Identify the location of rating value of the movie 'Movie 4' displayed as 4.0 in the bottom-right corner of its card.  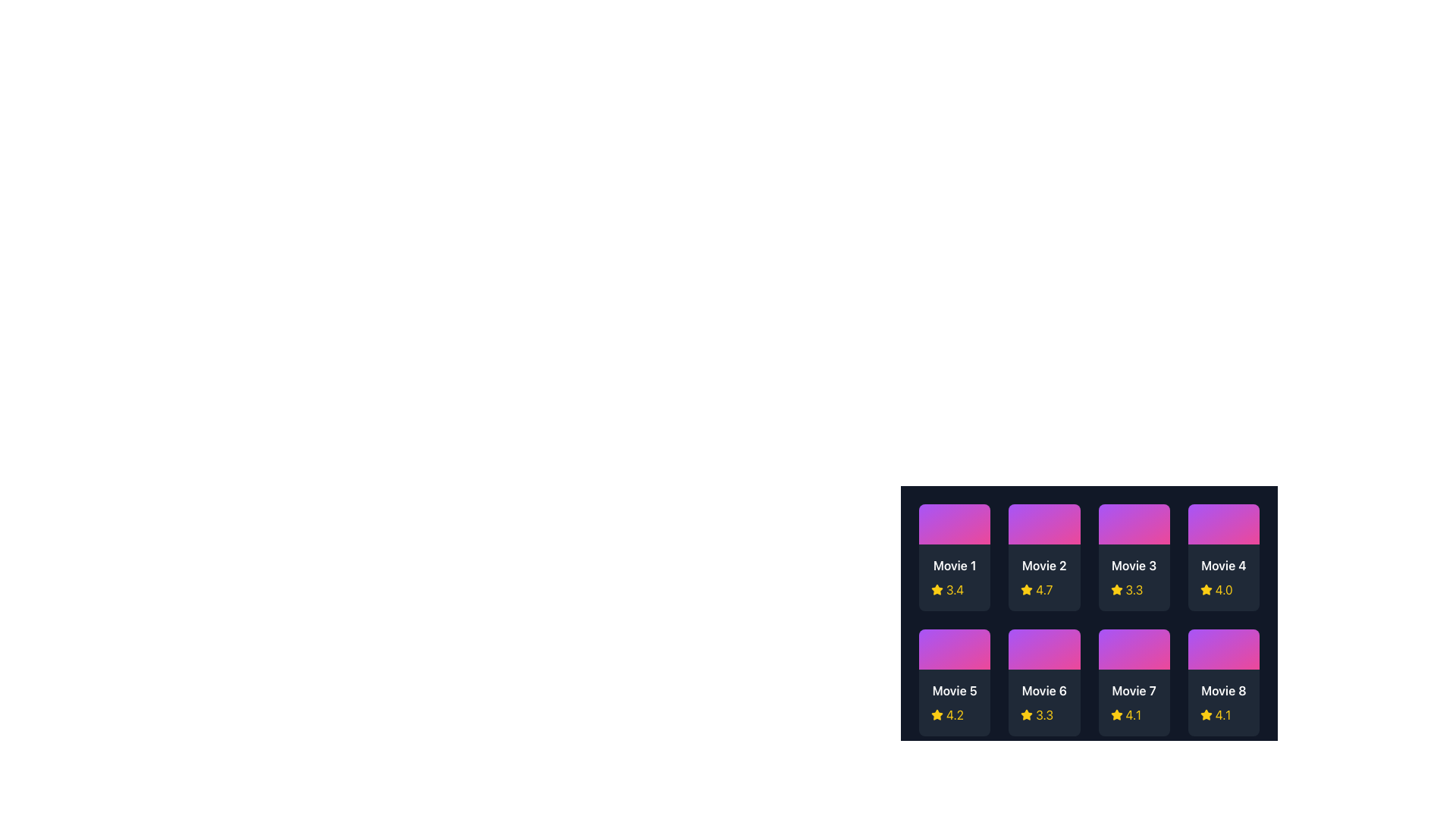
(1223, 589).